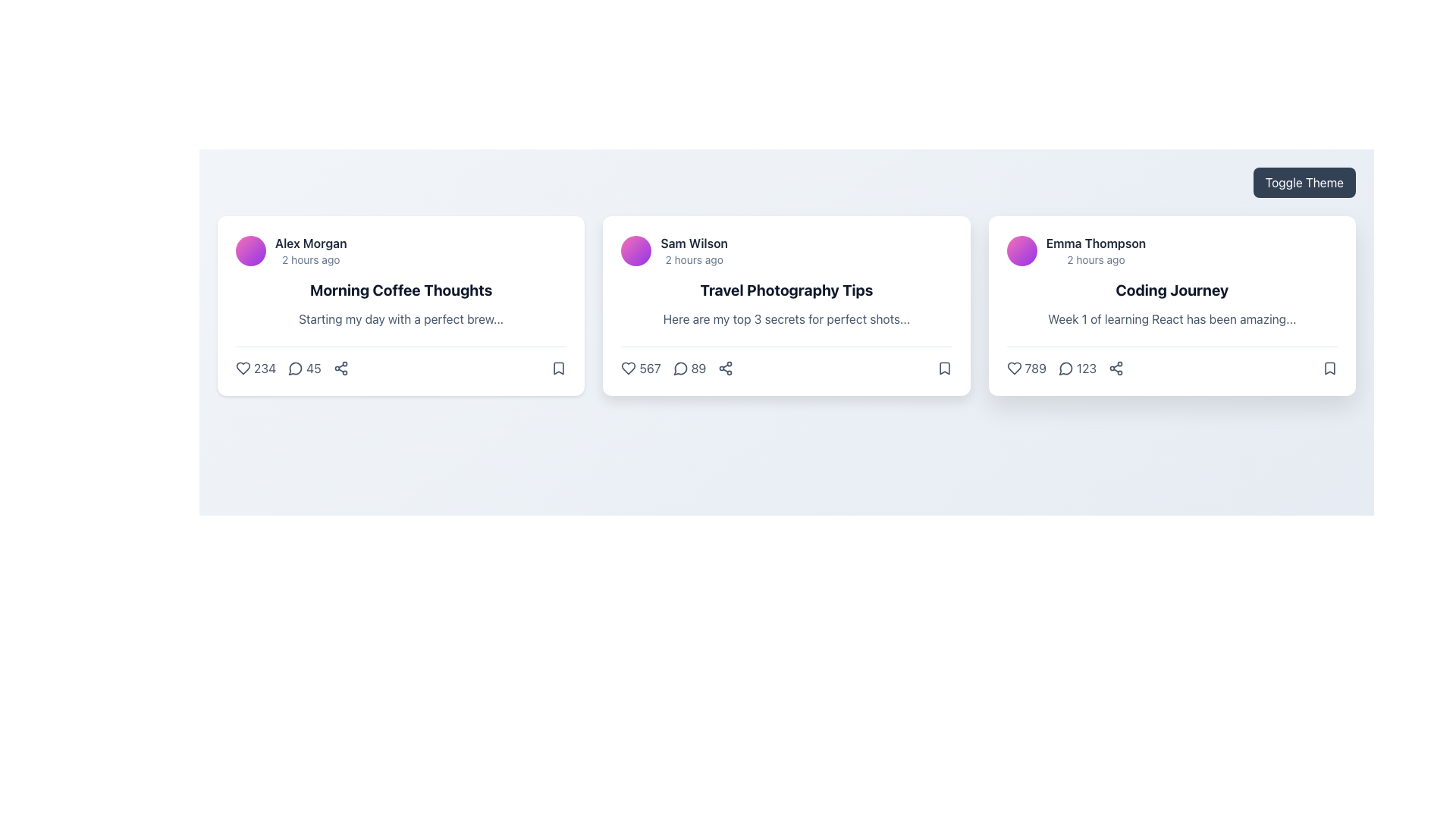 This screenshot has width=1456, height=819. I want to click on the comment button icon located in the bottom-right corner of the card displaying 'Coding Journey', so click(1065, 369).